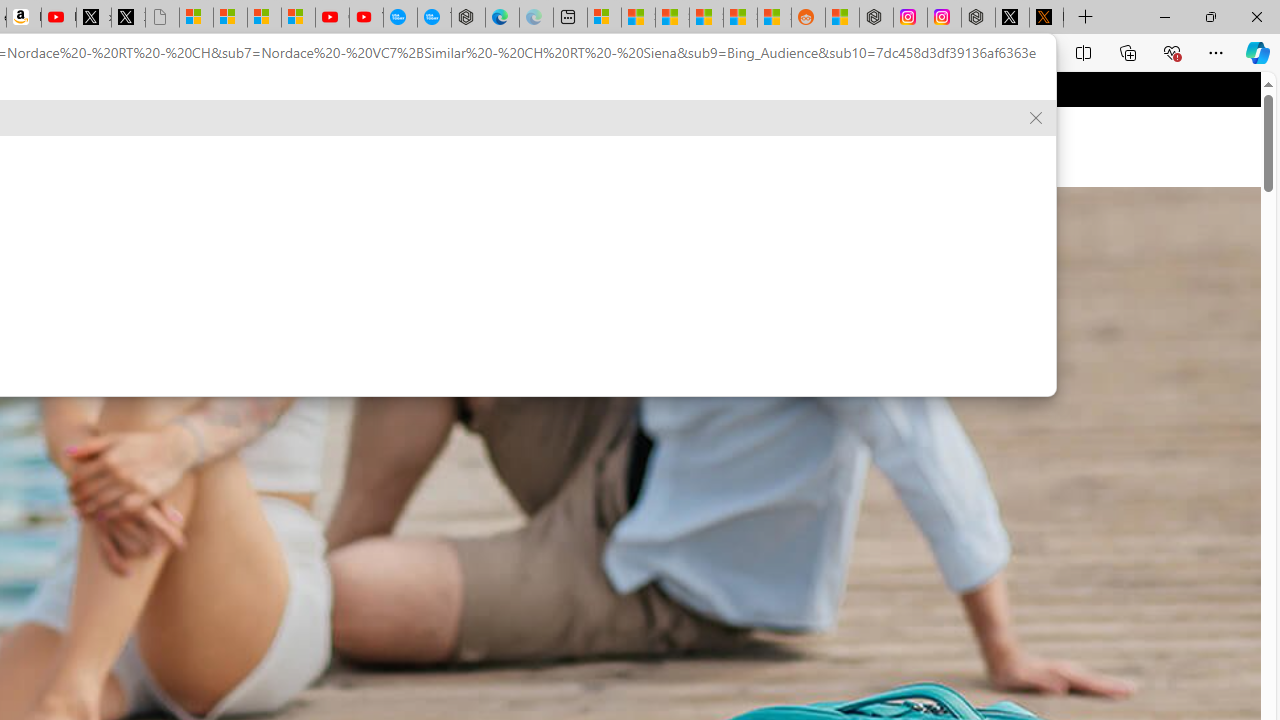 The width and height of the screenshot is (1280, 720). I want to click on 'Collections', so click(1128, 51).